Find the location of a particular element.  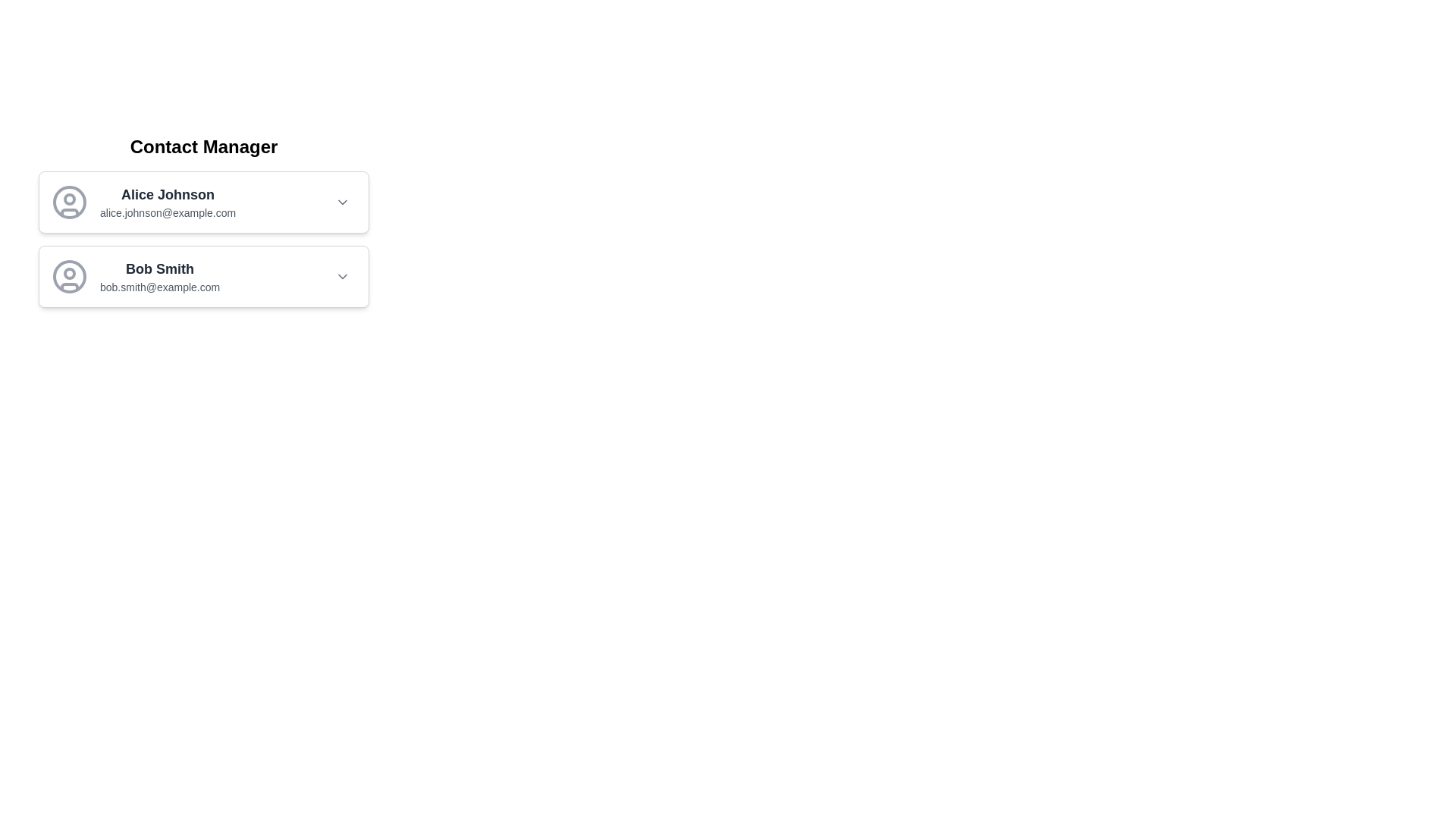

the text block group containing the name 'Alice Johnson' and the email 'alice.johnson@example.com' in the upper contact card is located at coordinates (168, 201).